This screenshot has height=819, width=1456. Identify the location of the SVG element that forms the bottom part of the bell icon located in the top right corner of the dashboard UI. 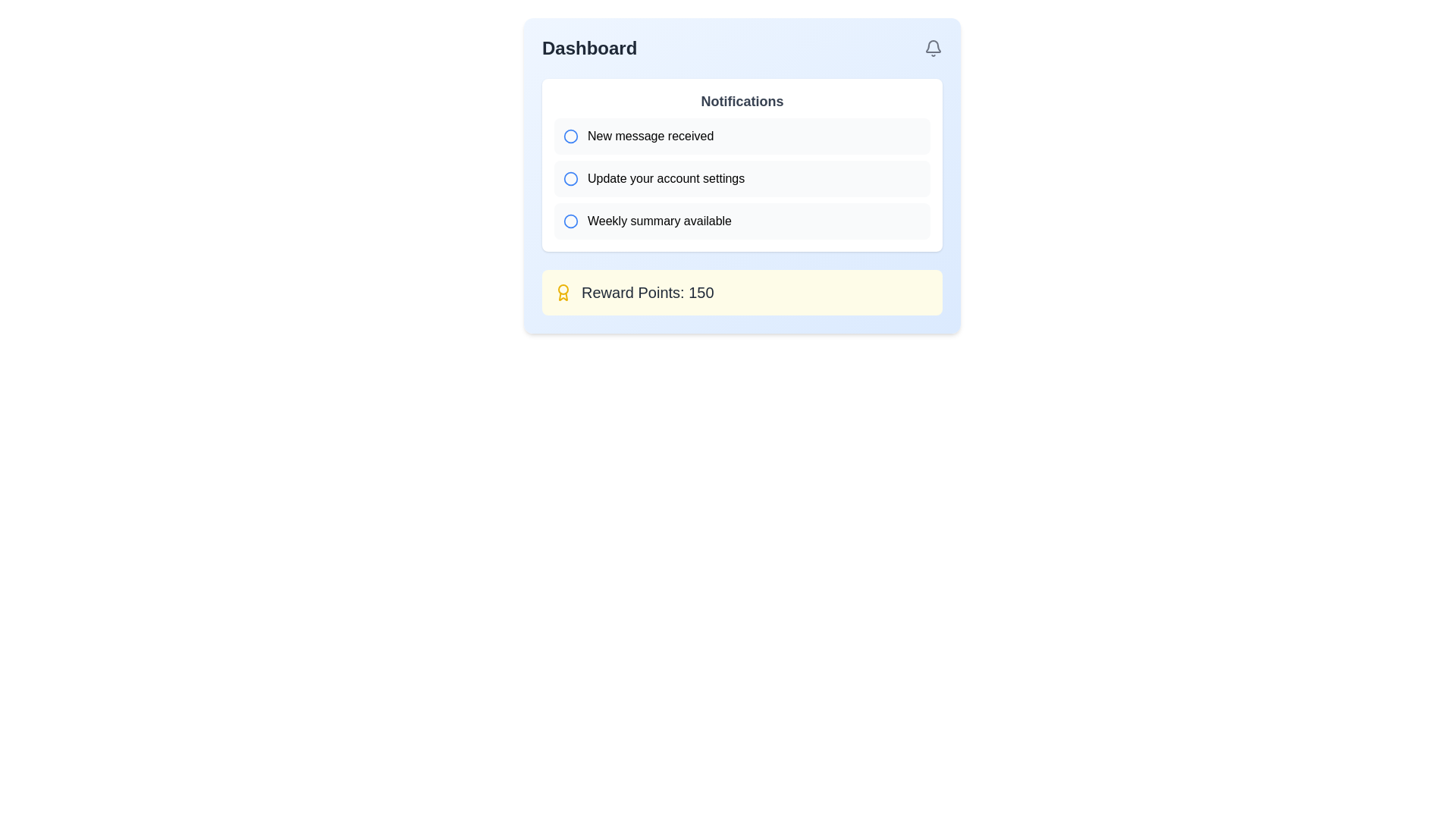
(932, 45).